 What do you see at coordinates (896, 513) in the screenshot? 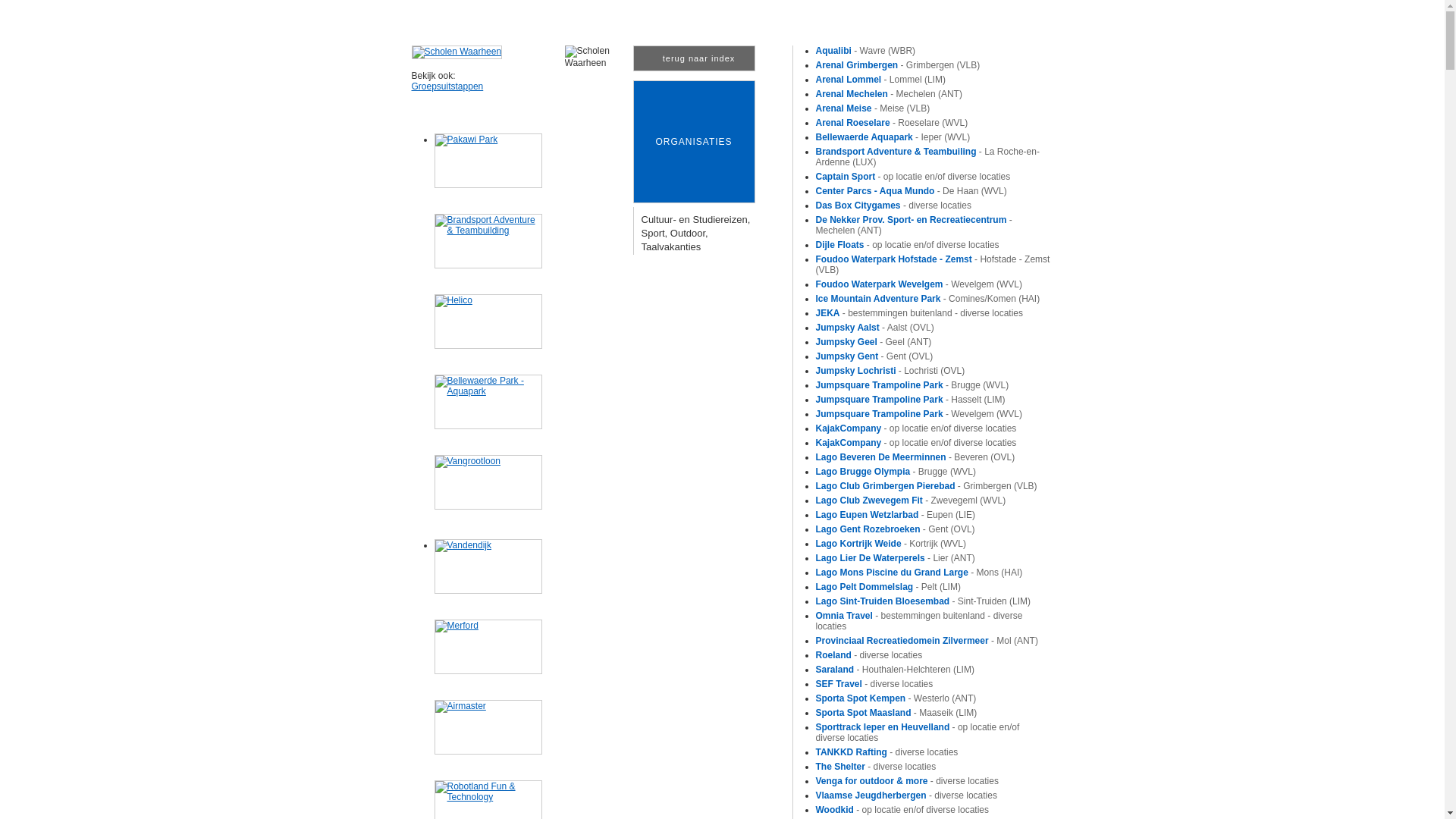
I see `'Lago Eupen Wetzlarbad - Eupen (LIE)'` at bounding box center [896, 513].